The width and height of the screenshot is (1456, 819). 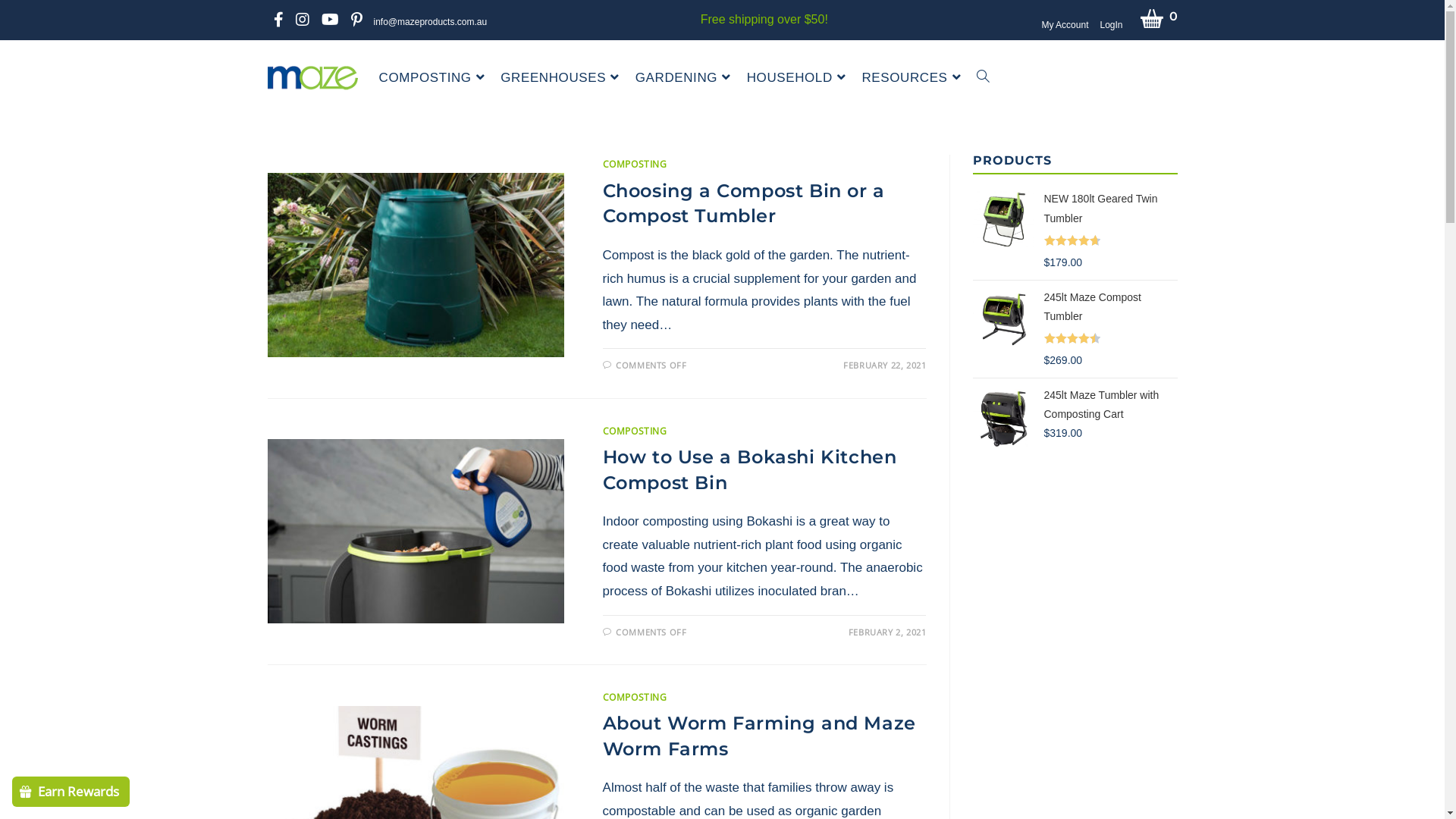 What do you see at coordinates (433, 78) in the screenshot?
I see `'COMPOSTING'` at bounding box center [433, 78].